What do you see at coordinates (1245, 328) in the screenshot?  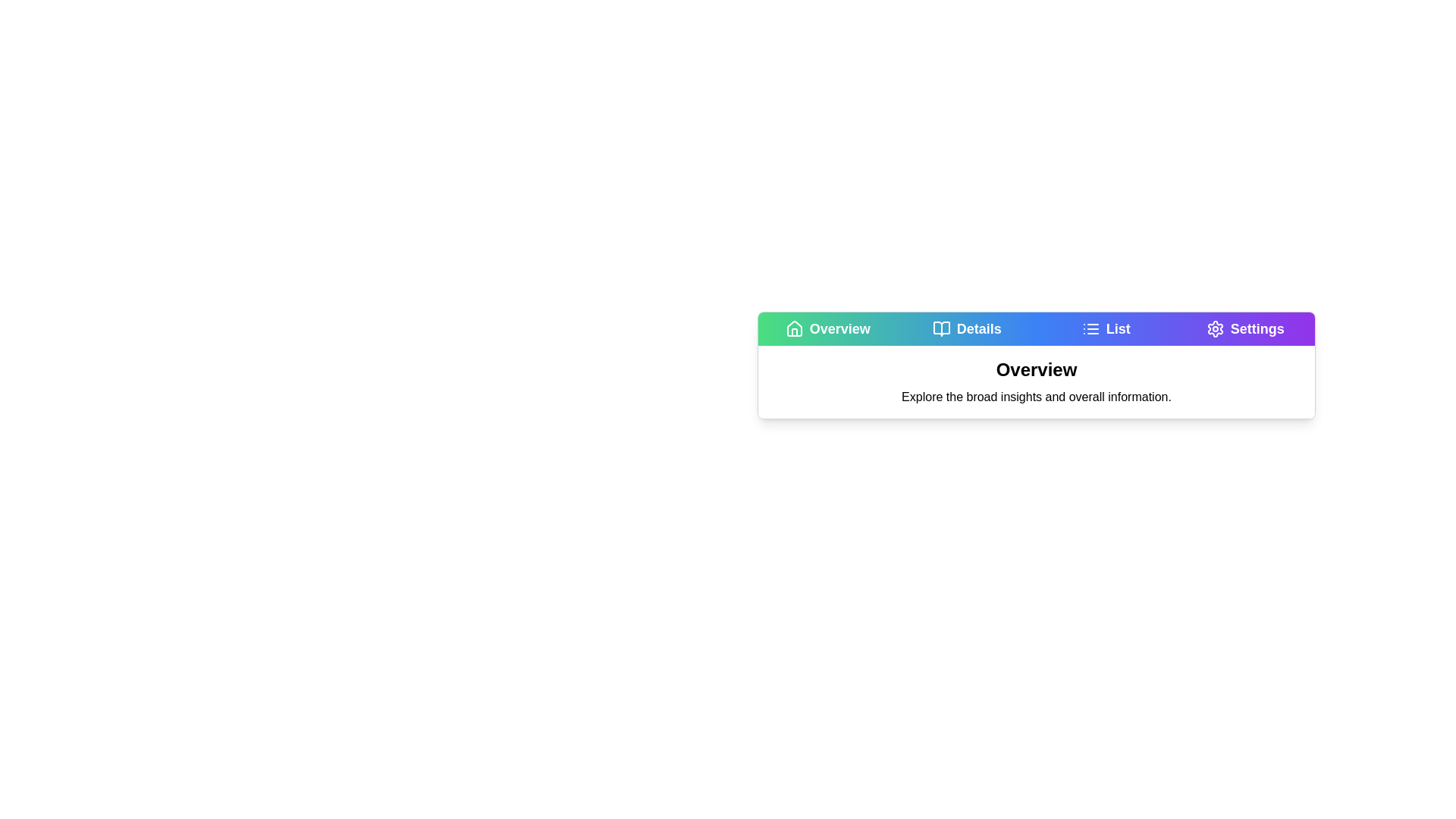 I see `the settings button` at bounding box center [1245, 328].